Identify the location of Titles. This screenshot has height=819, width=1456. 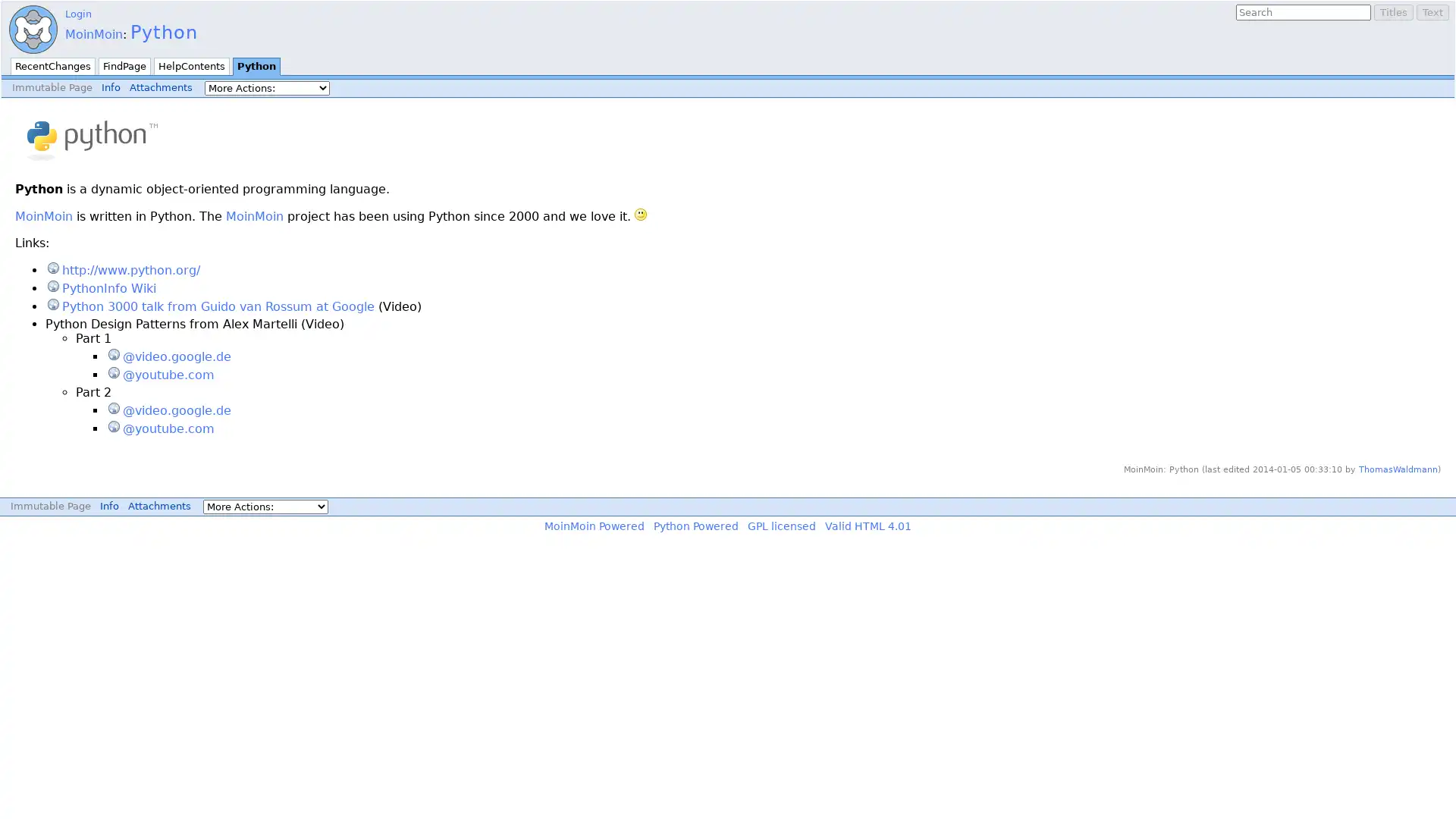
(1394, 12).